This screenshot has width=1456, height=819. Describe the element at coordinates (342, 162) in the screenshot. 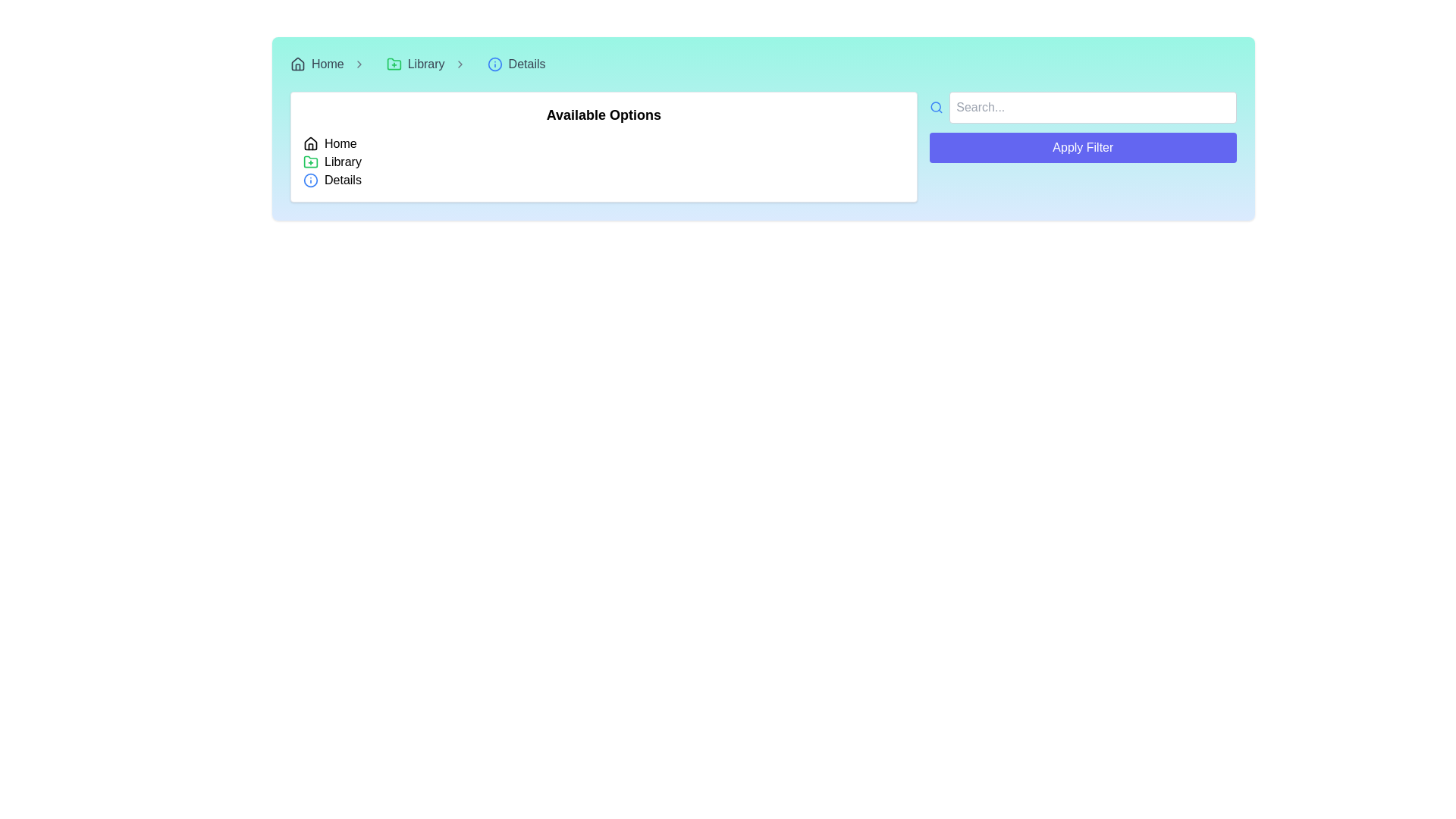

I see `the text label displaying 'Library' in bold black font, positioned to the right of a folder icon within a vertical list of options` at that location.